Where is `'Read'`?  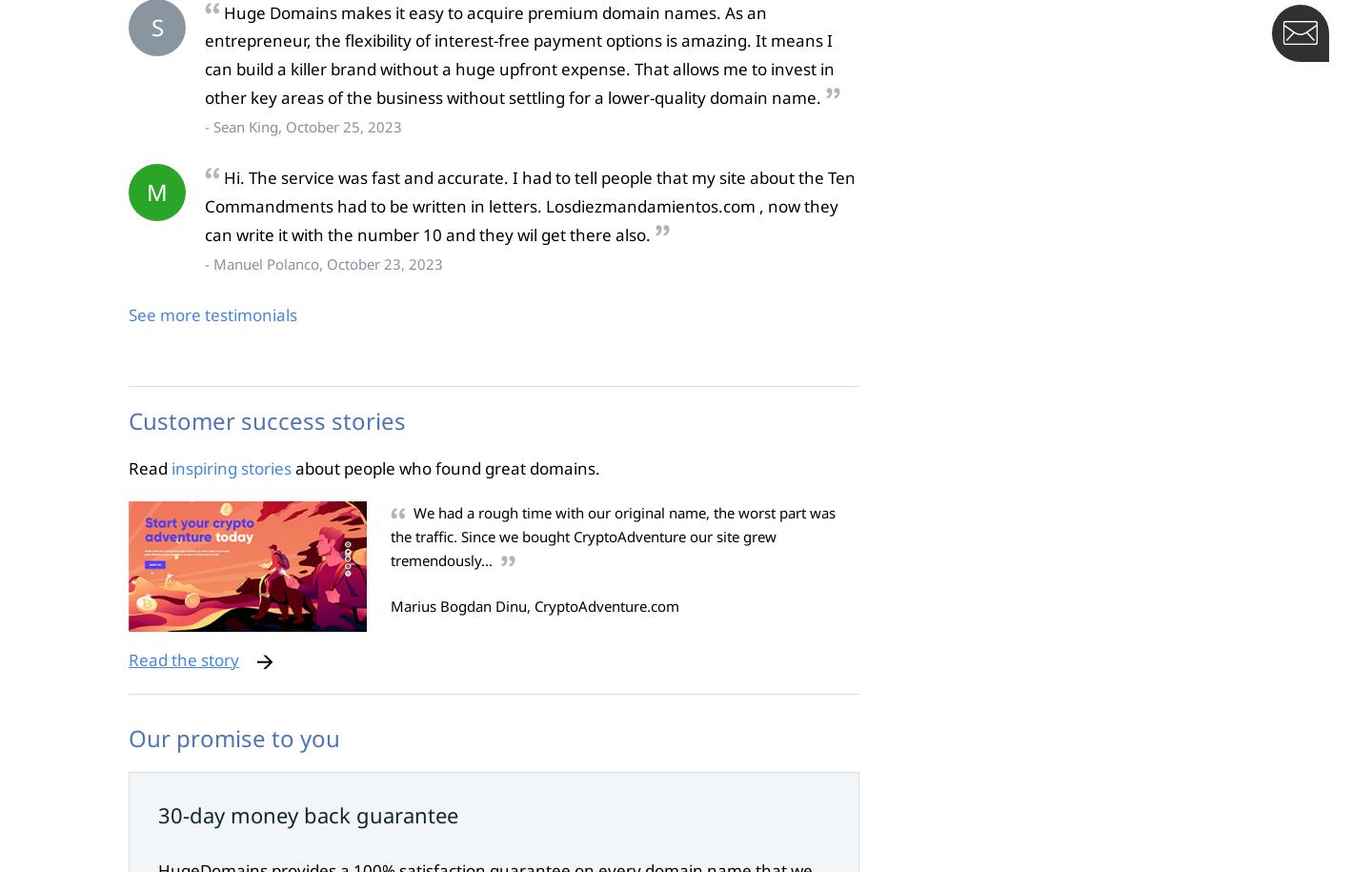
'Read' is located at coordinates (149, 466).